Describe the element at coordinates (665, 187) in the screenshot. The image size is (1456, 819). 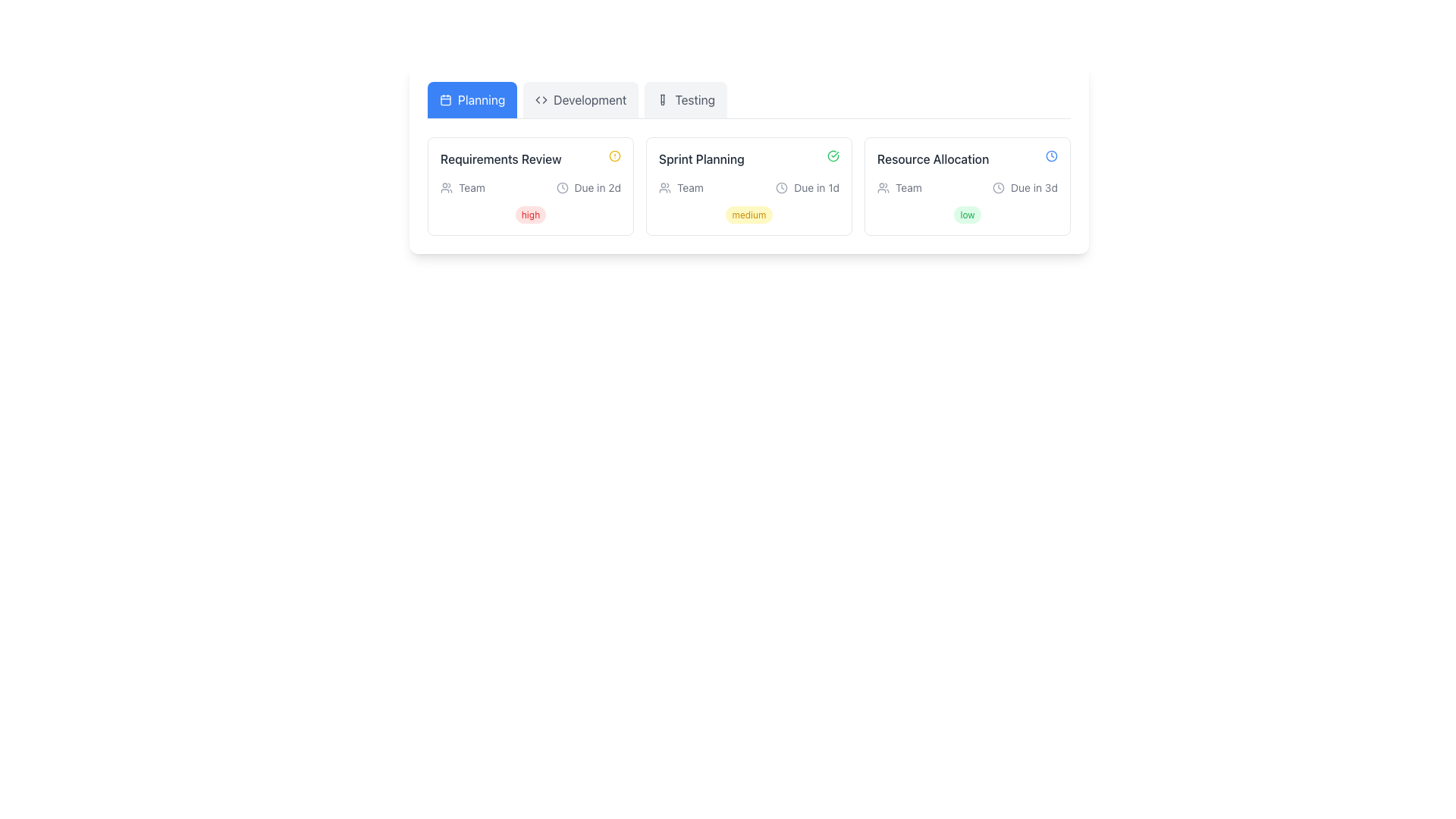
I see `the graphical icon representing a team, located to the left of the 'Team' label` at that location.